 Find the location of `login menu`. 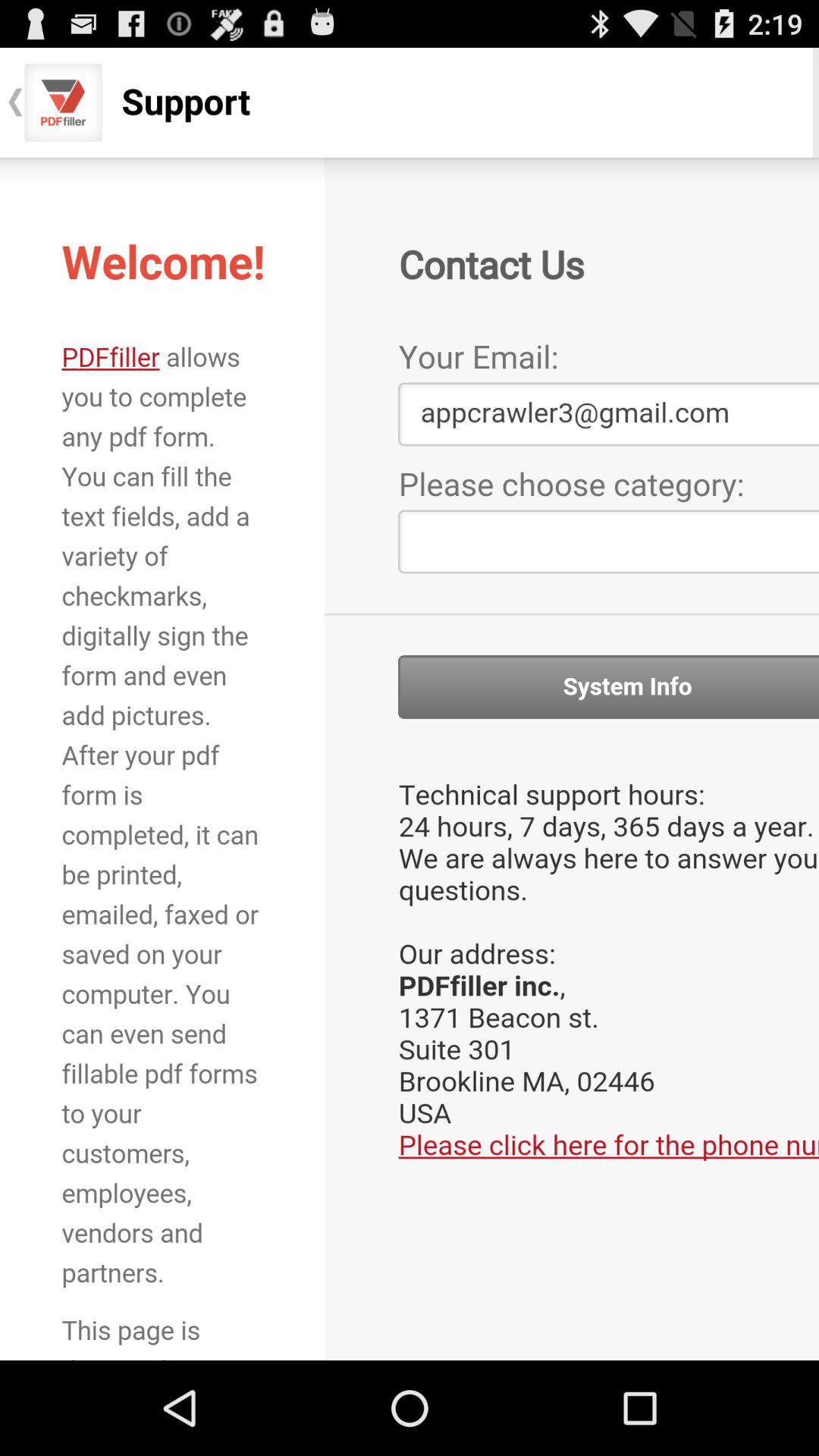

login menu is located at coordinates (409, 758).